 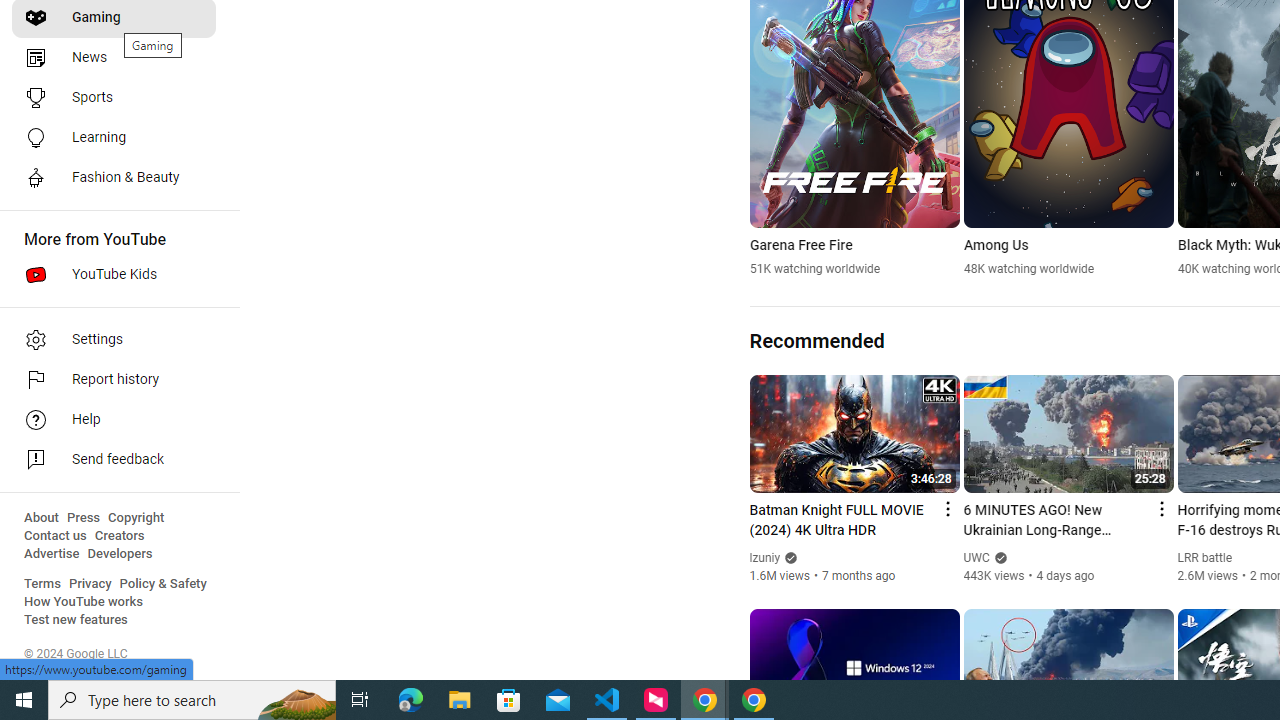 I want to click on 'YouTube Kids', so click(x=112, y=275).